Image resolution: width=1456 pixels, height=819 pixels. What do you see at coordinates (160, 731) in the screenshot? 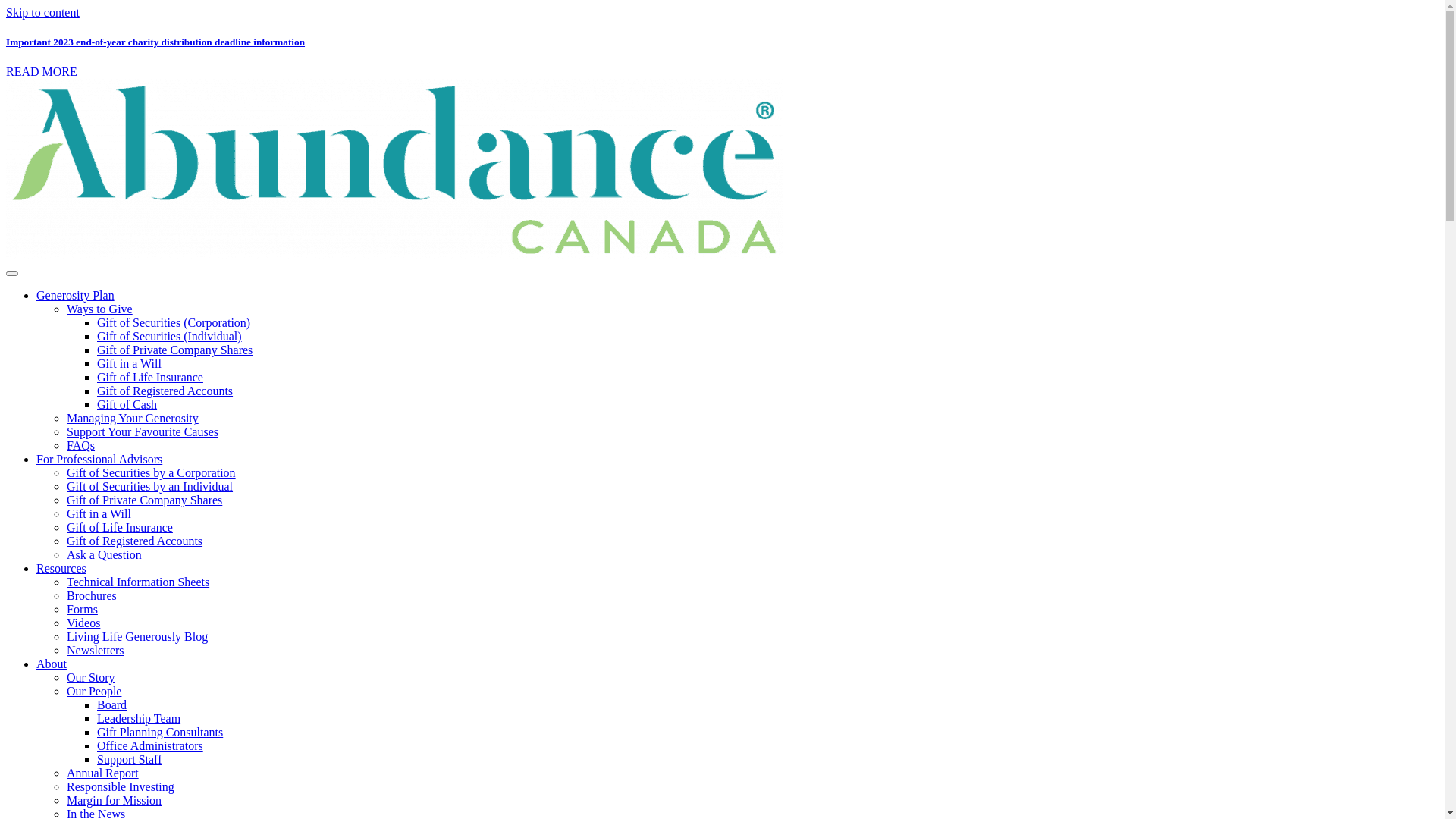
I see `'Gift Planning Consultants'` at bounding box center [160, 731].